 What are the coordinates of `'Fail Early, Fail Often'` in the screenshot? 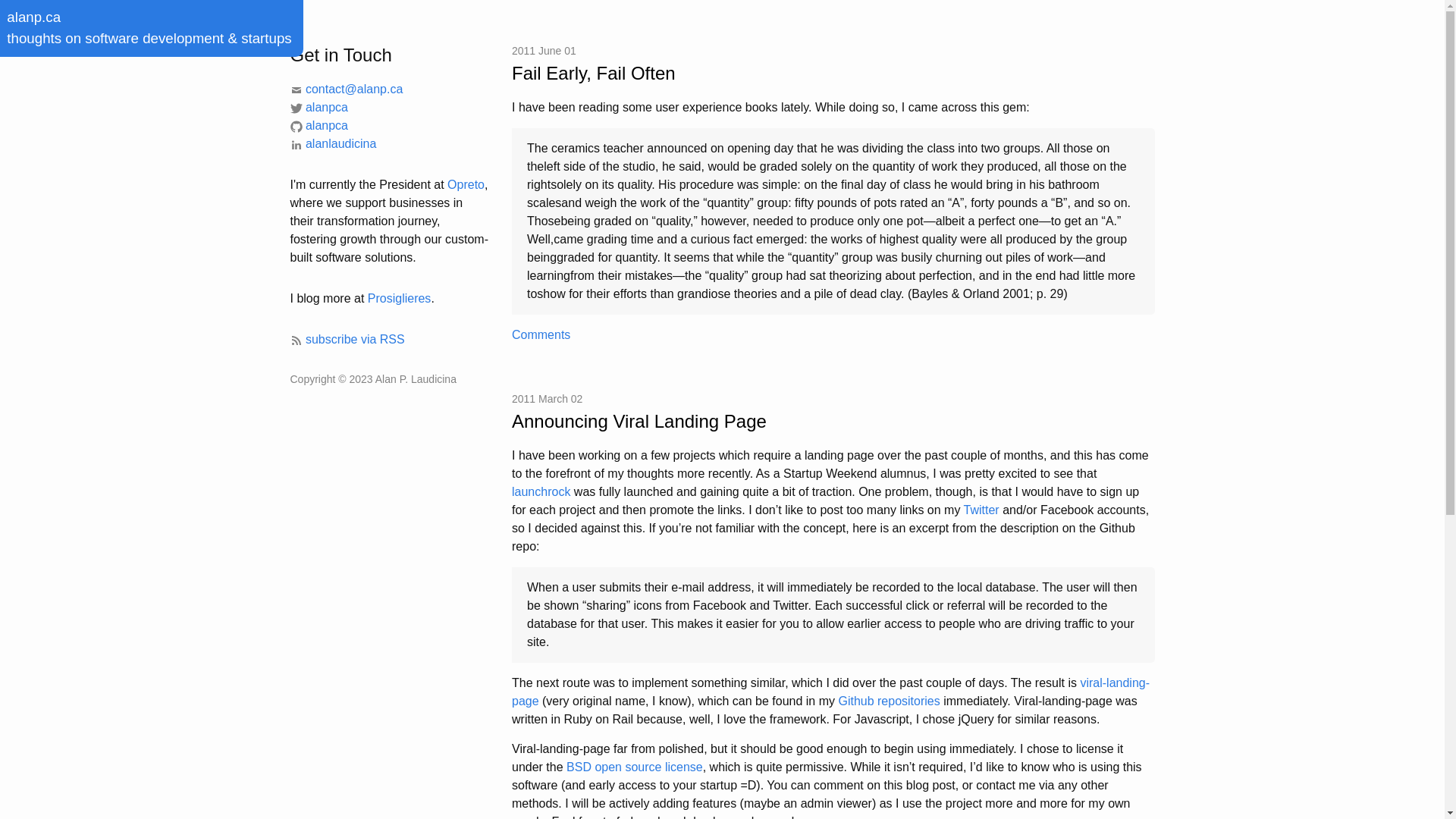 It's located at (833, 73).